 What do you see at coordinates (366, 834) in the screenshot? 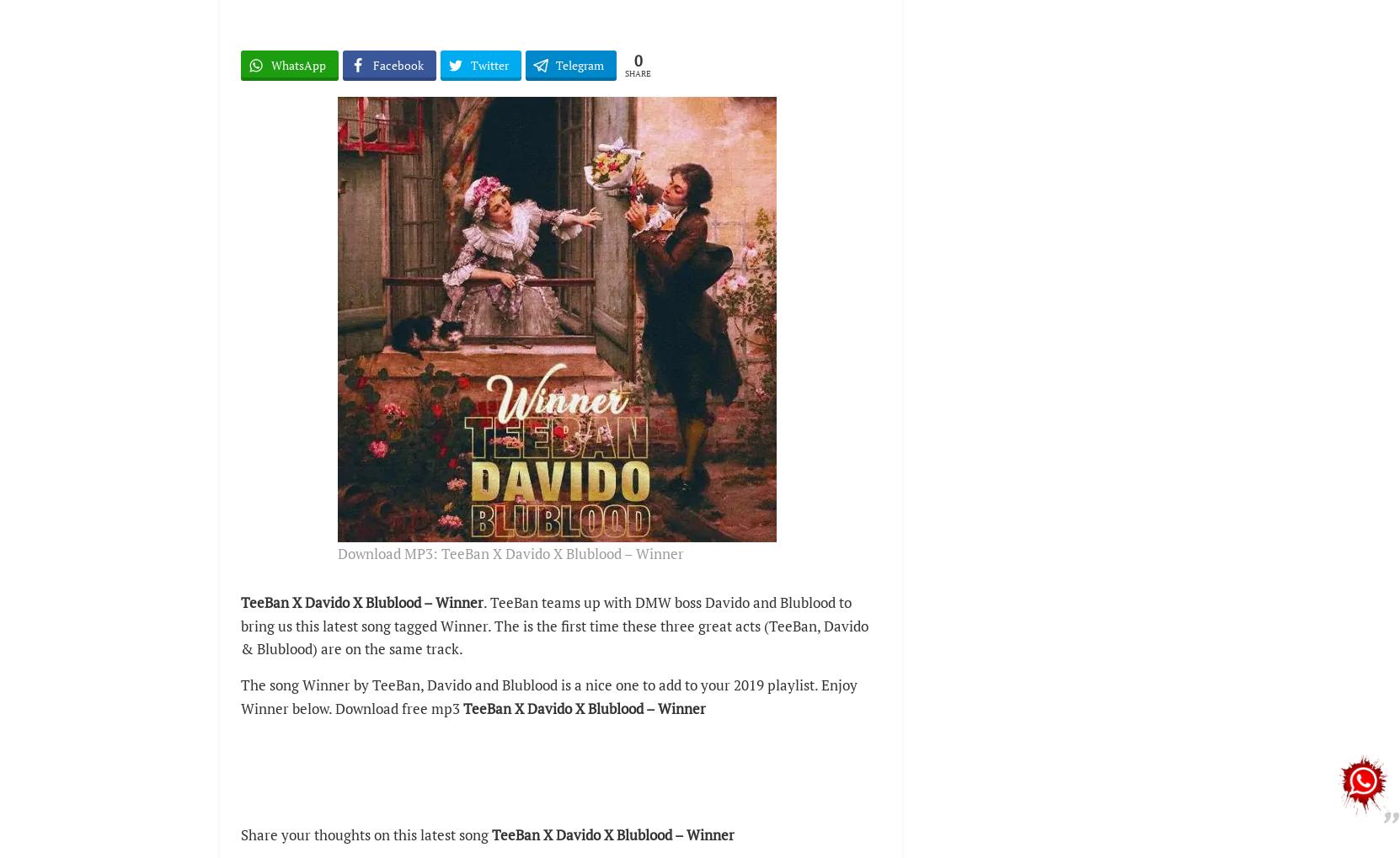
I see `'Share your thoughts on this latest song'` at bounding box center [366, 834].